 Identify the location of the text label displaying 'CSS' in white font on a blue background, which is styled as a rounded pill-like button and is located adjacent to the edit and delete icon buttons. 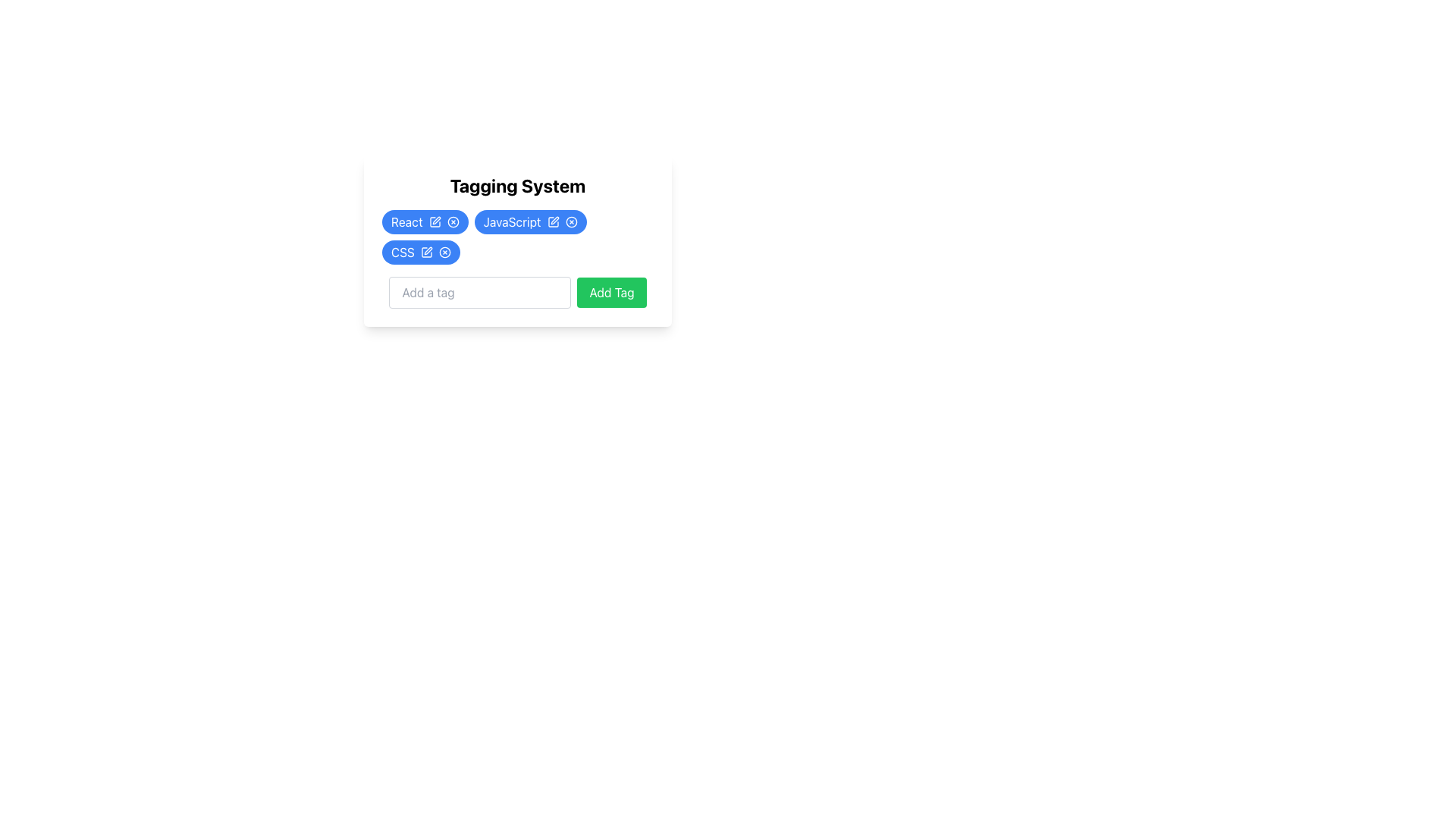
(403, 251).